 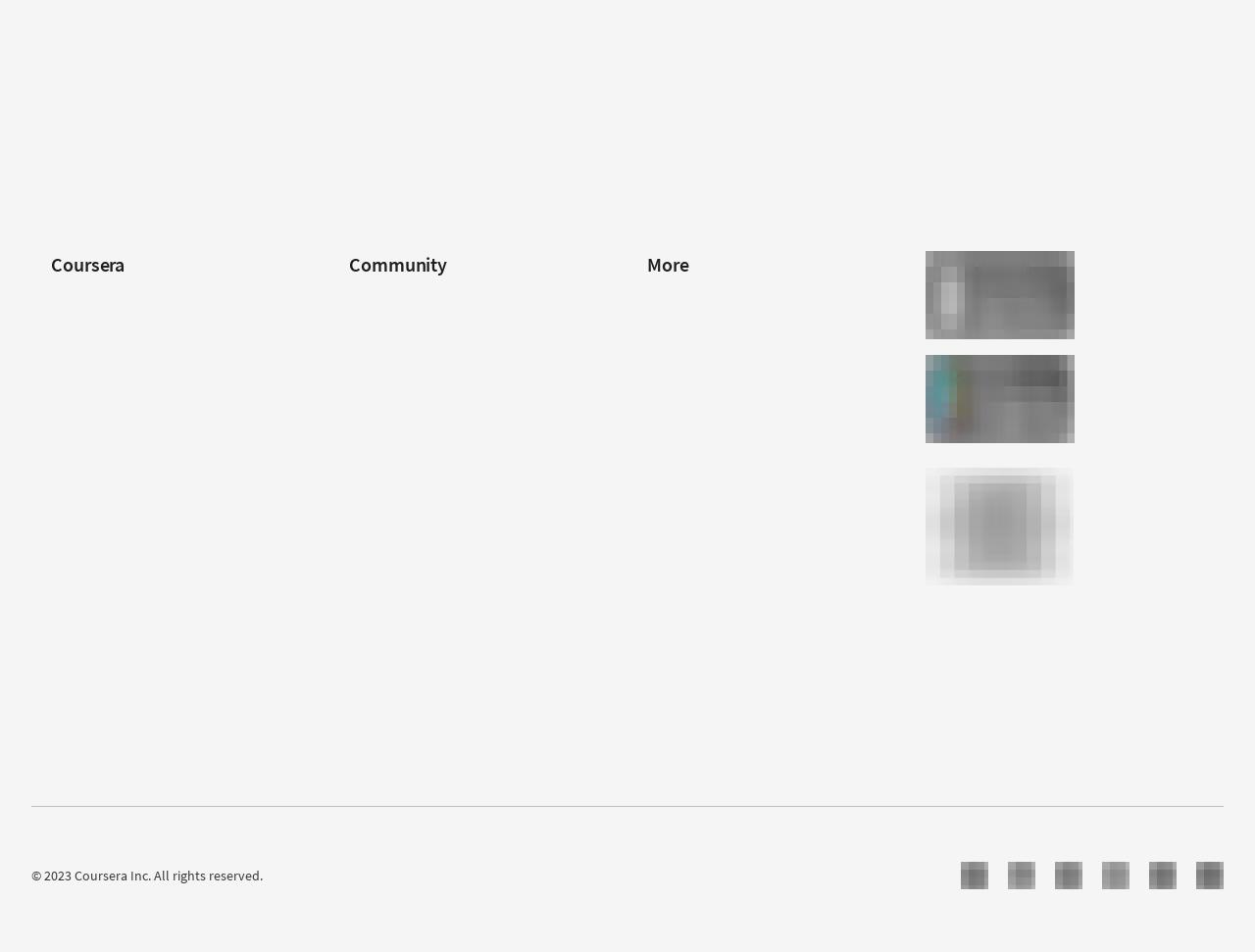 What do you see at coordinates (374, 297) in the screenshot?
I see `'Learners'` at bounding box center [374, 297].